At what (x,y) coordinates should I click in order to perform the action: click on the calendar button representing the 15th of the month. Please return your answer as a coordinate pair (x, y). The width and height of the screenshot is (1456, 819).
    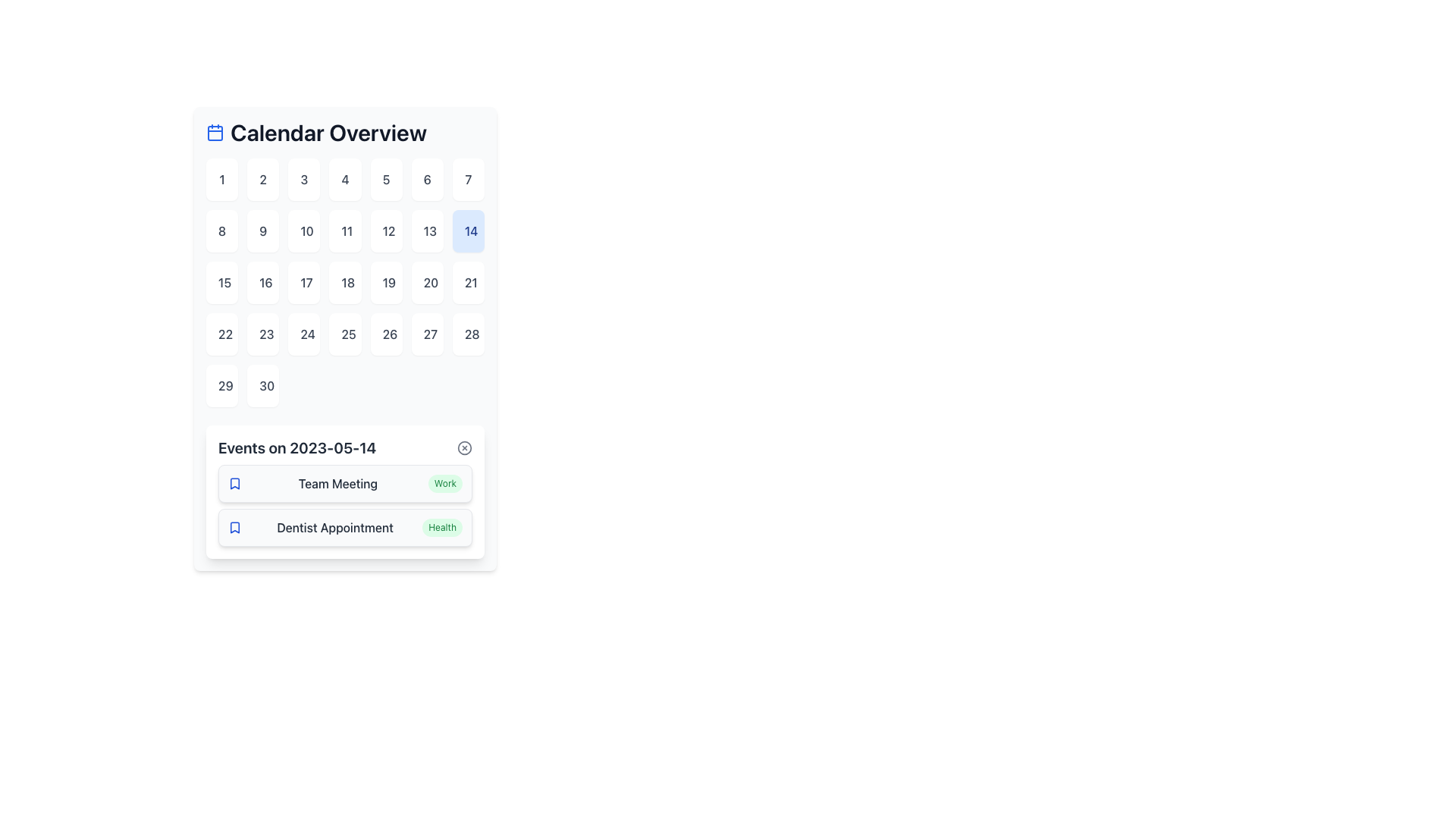
    Looking at the image, I should click on (221, 283).